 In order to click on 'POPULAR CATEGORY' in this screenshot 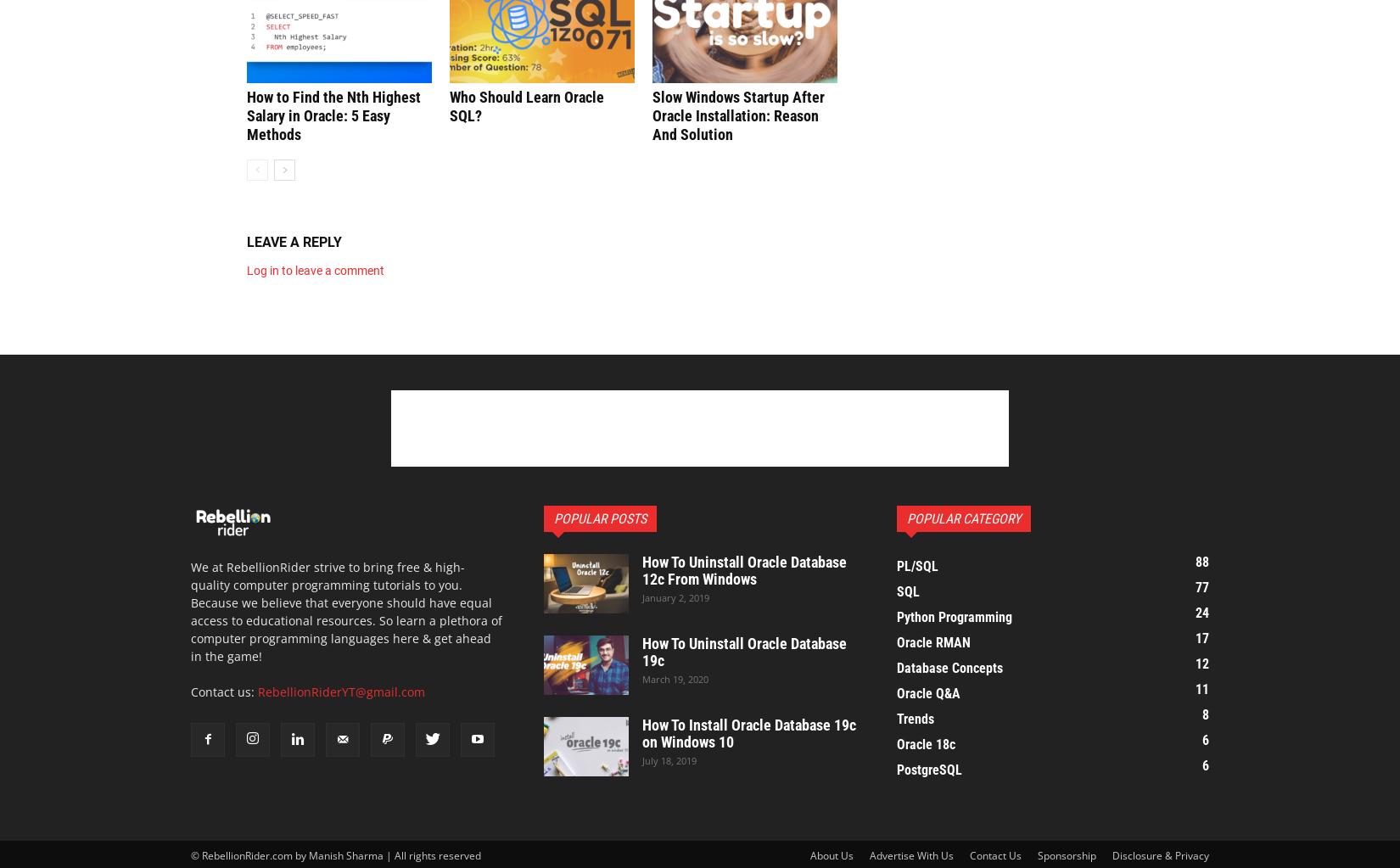, I will do `click(907, 517)`.